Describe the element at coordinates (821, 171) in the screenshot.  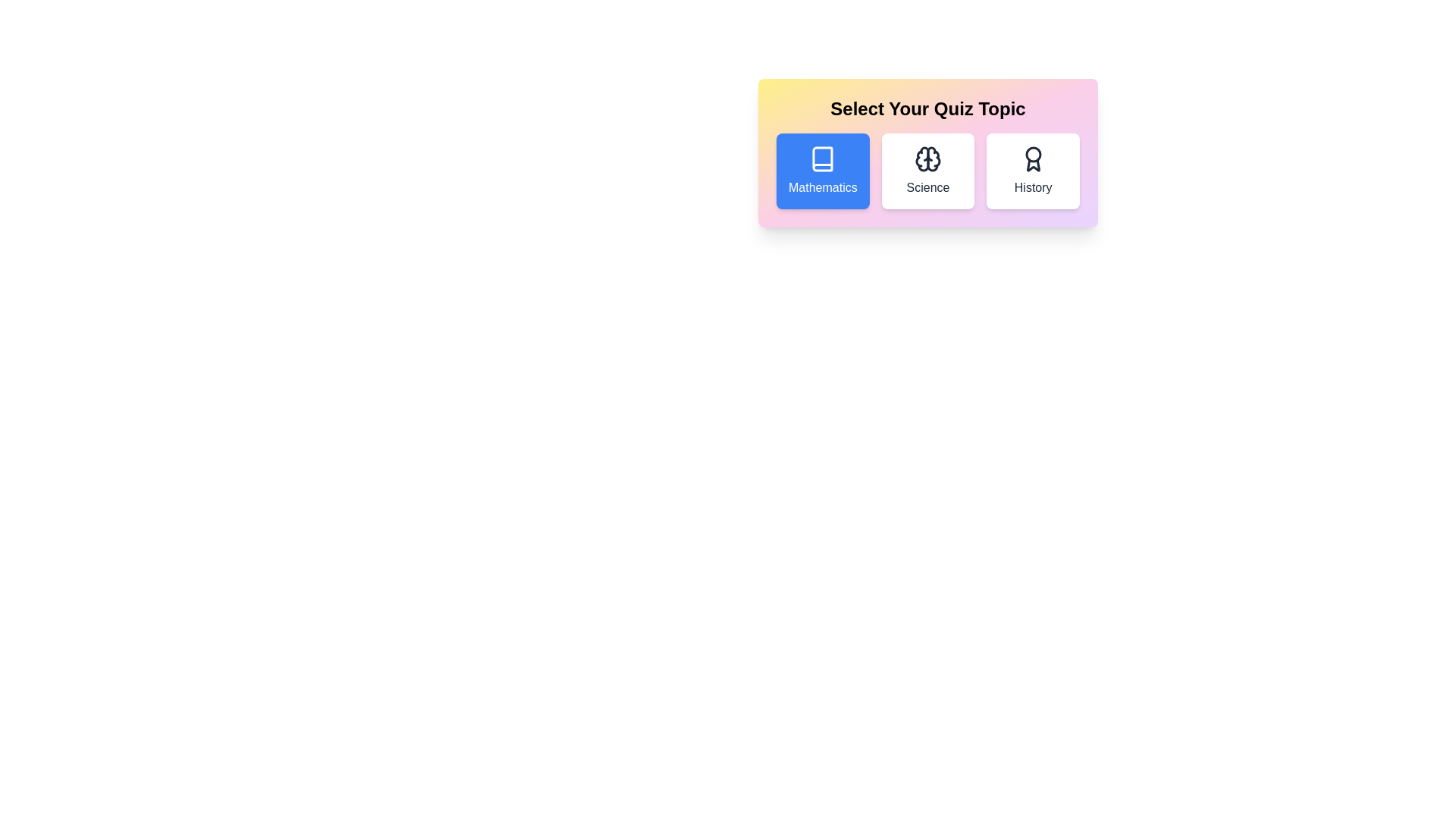
I see `the Mathematics category to observe the hover effect` at that location.